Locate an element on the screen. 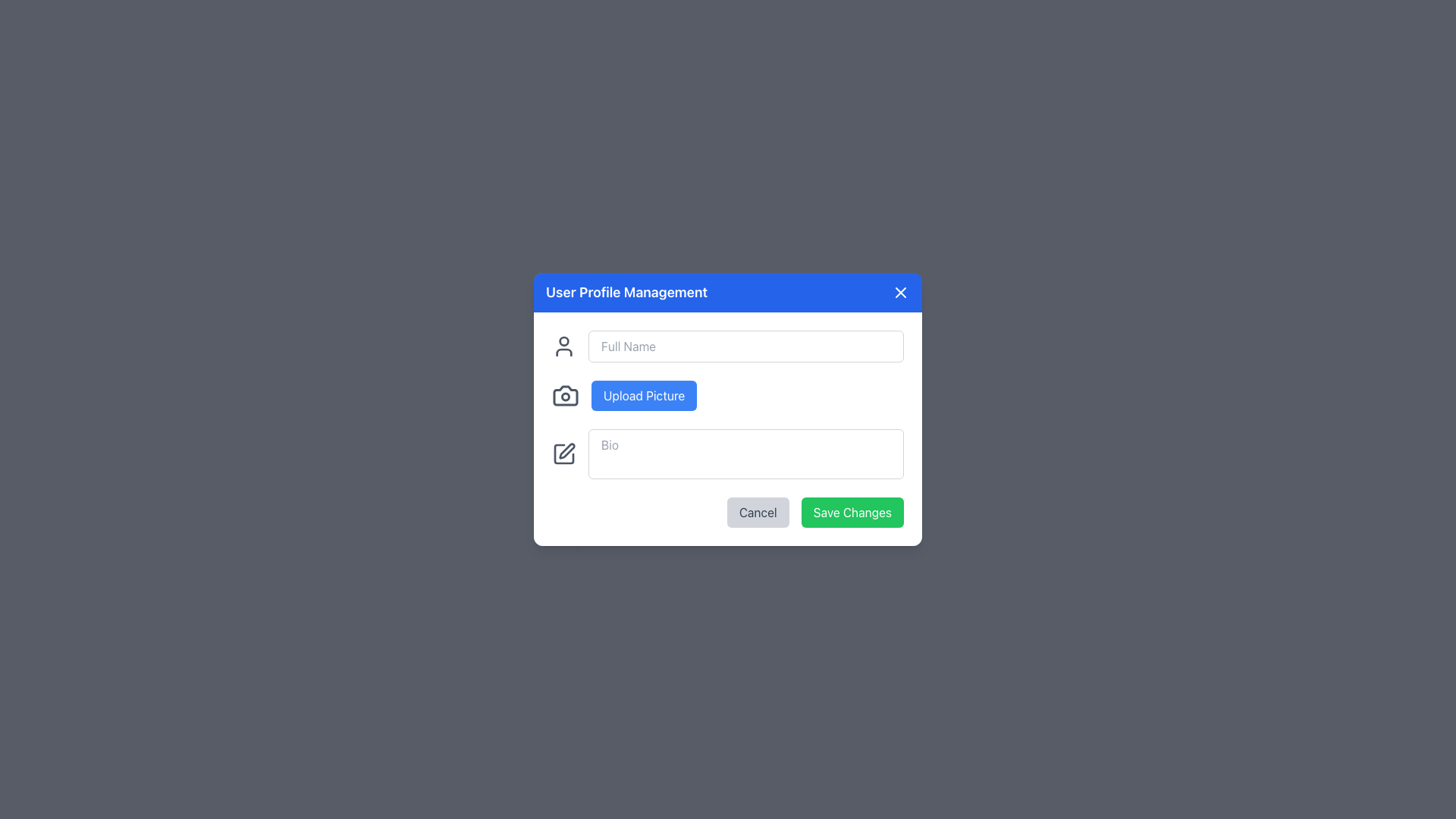 This screenshot has width=1456, height=819. the 'Cancel' button with a gray background and dark gray text located at the bottom-right of the 'User Profile Management' dialog for a visual state change is located at coordinates (758, 512).